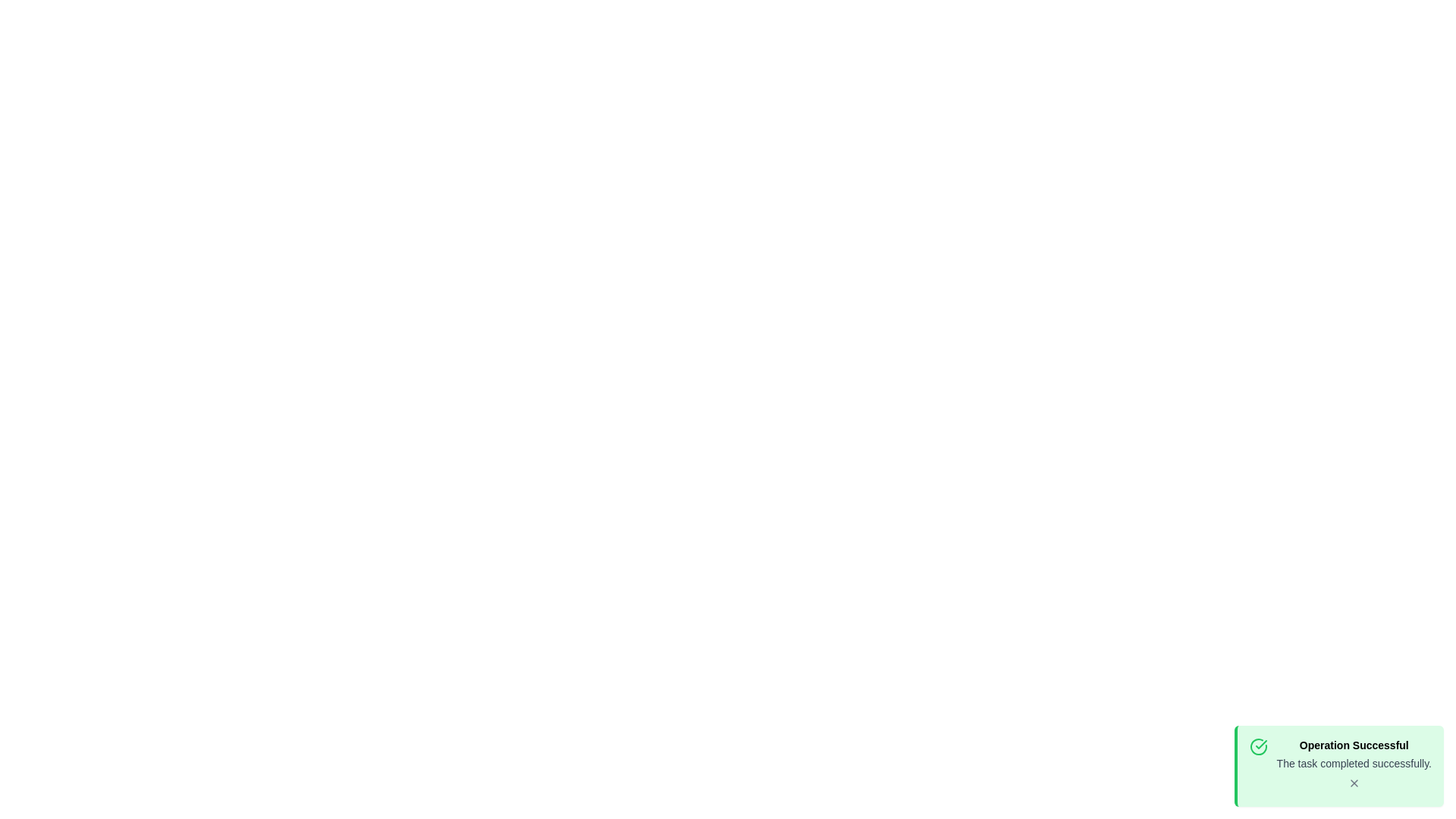  Describe the element at coordinates (1354, 783) in the screenshot. I see `the close button of the notification to dismiss it` at that location.